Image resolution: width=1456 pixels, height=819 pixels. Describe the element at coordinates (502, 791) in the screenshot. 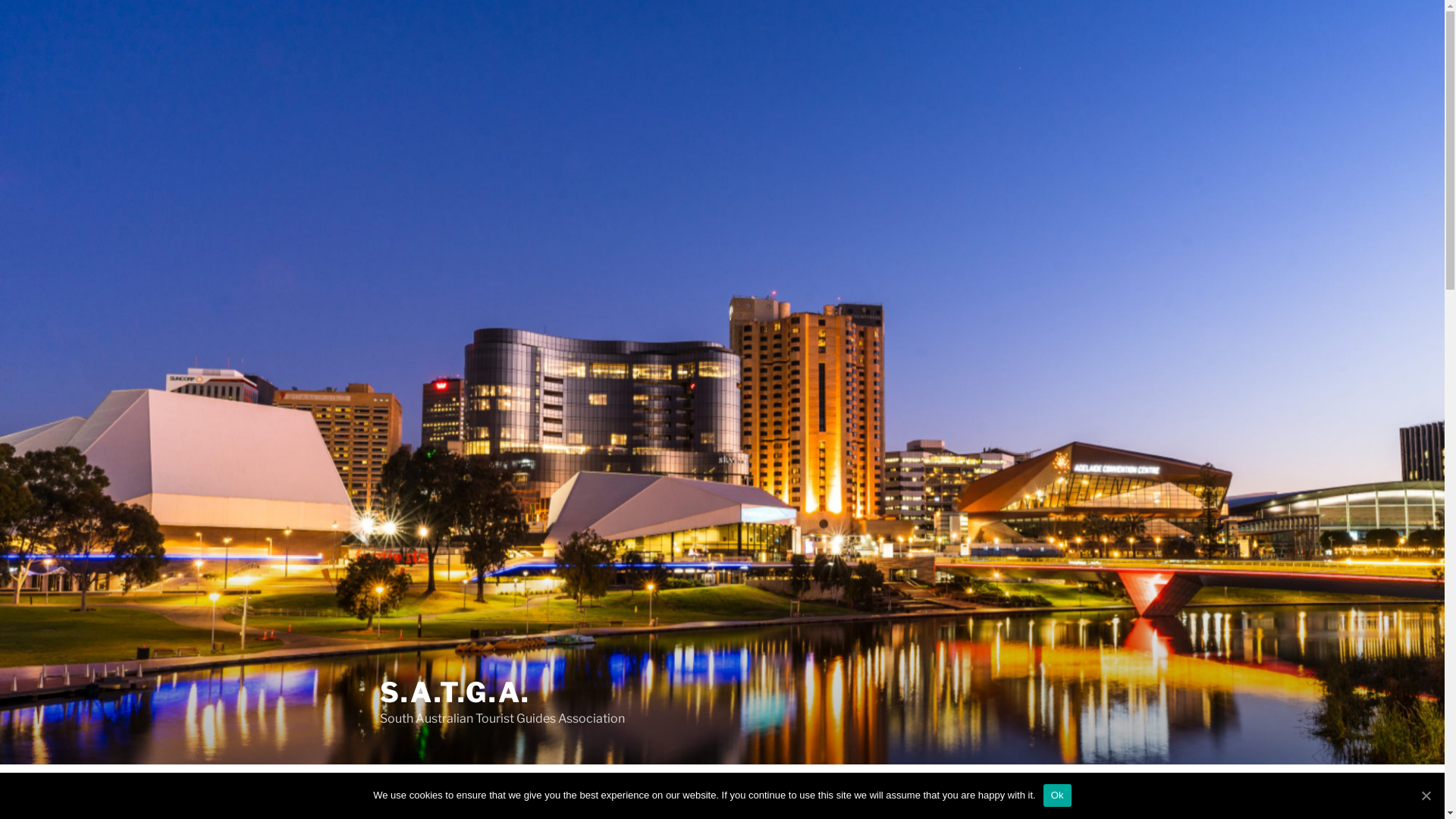

I see `'ABOUT SATGA'` at that location.